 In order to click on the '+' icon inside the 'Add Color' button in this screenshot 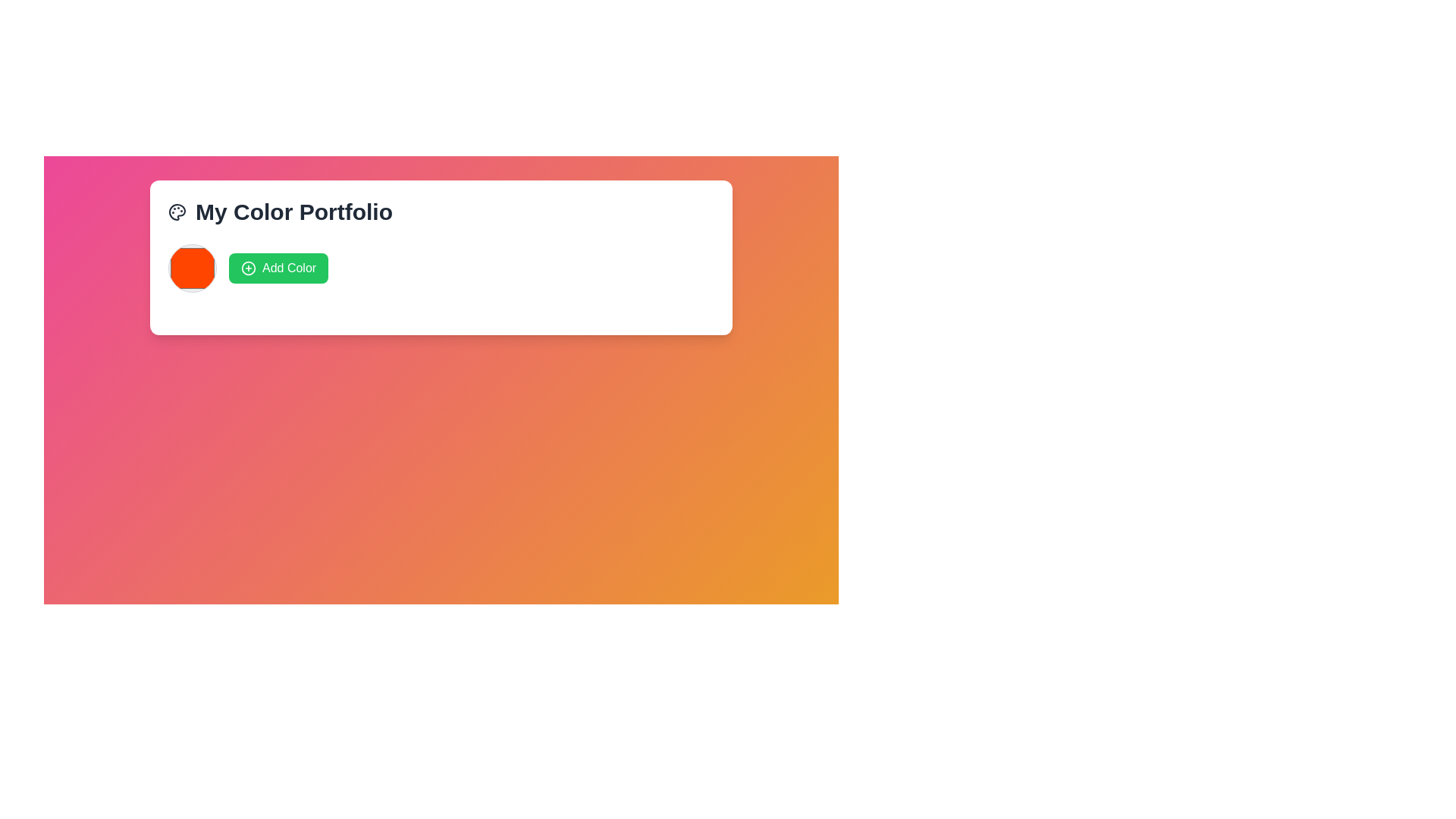, I will do `click(248, 268)`.